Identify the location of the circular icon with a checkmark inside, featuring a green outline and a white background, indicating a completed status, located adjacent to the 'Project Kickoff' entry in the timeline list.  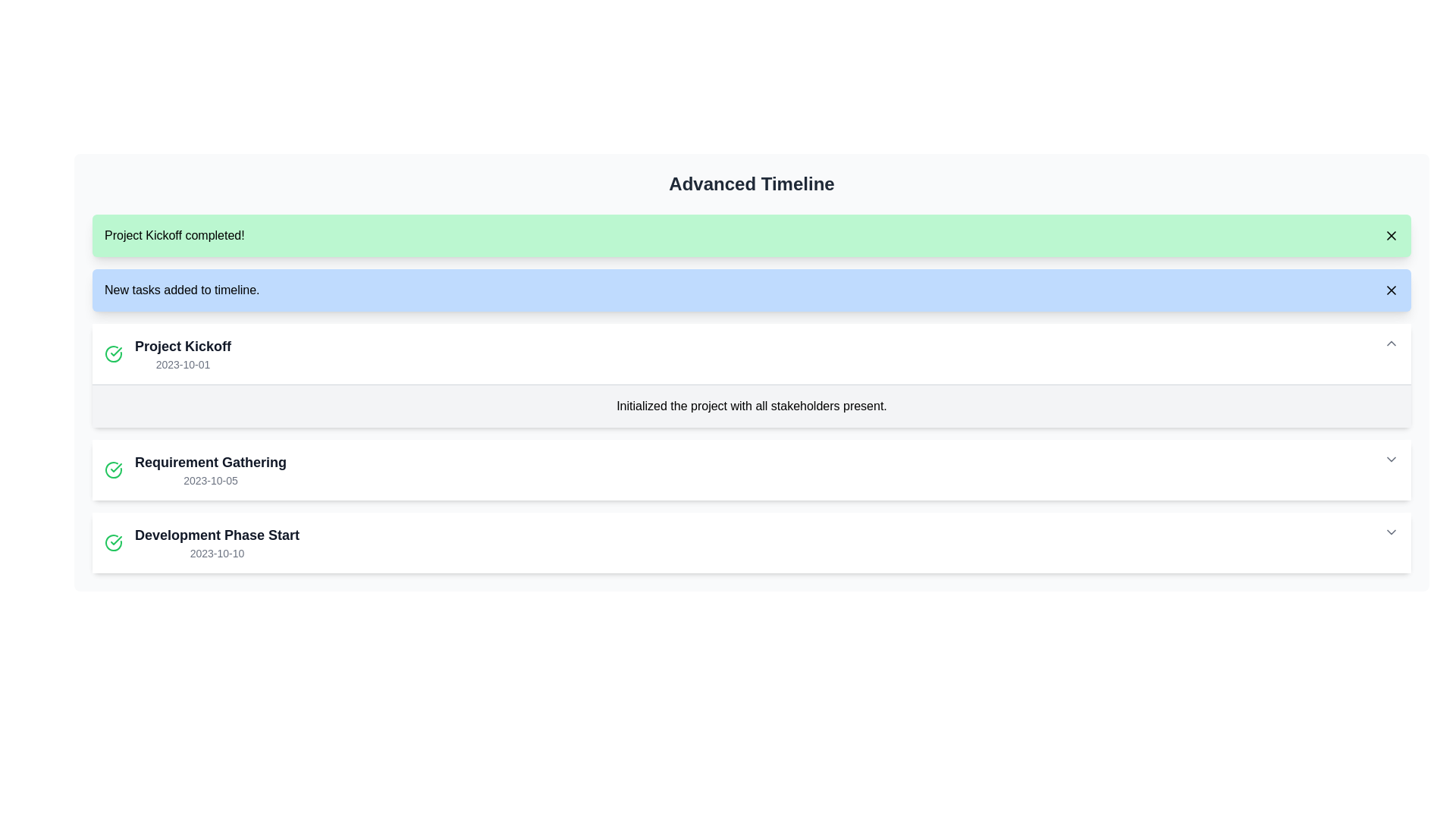
(112, 353).